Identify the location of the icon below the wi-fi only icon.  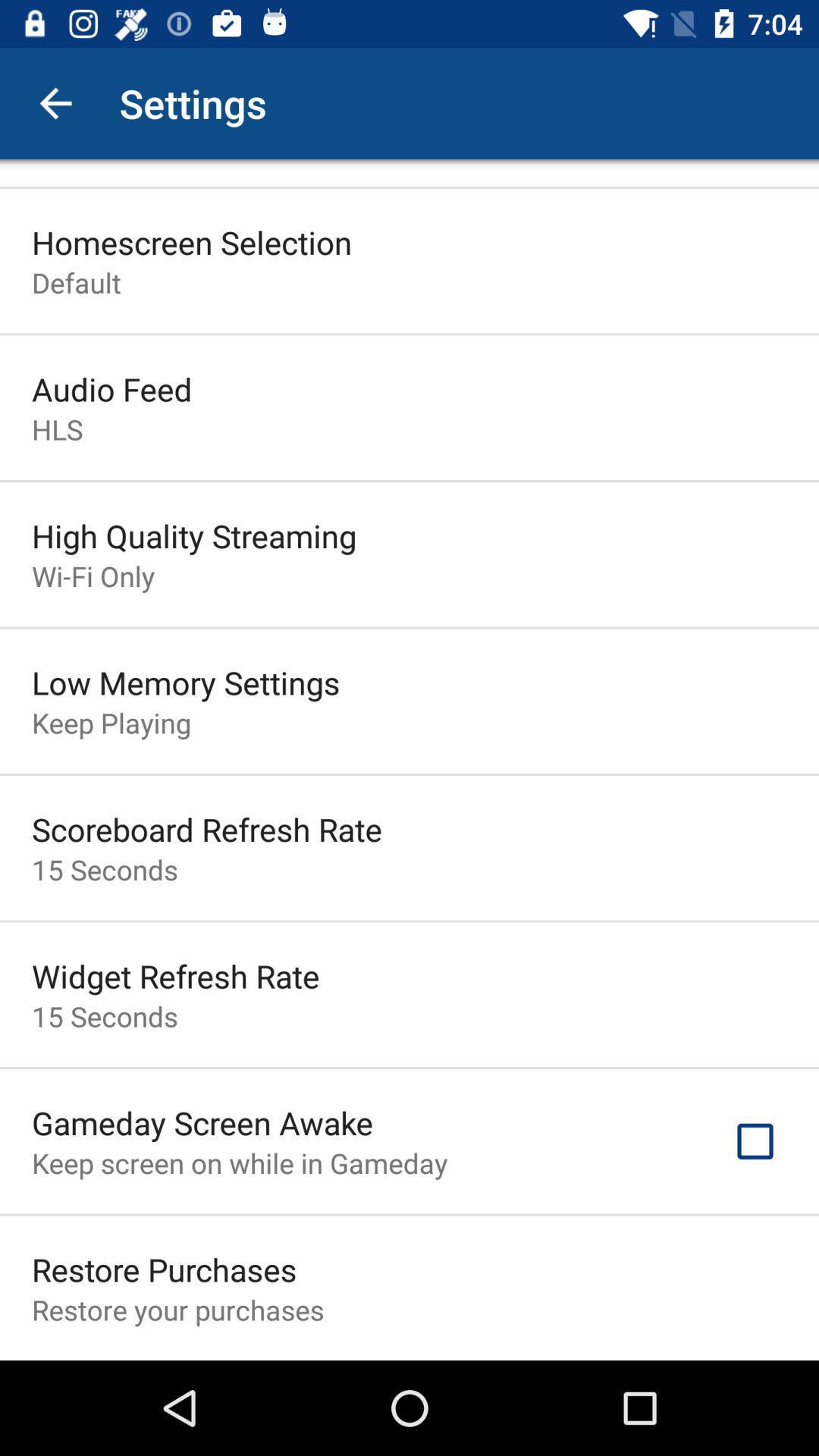
(185, 682).